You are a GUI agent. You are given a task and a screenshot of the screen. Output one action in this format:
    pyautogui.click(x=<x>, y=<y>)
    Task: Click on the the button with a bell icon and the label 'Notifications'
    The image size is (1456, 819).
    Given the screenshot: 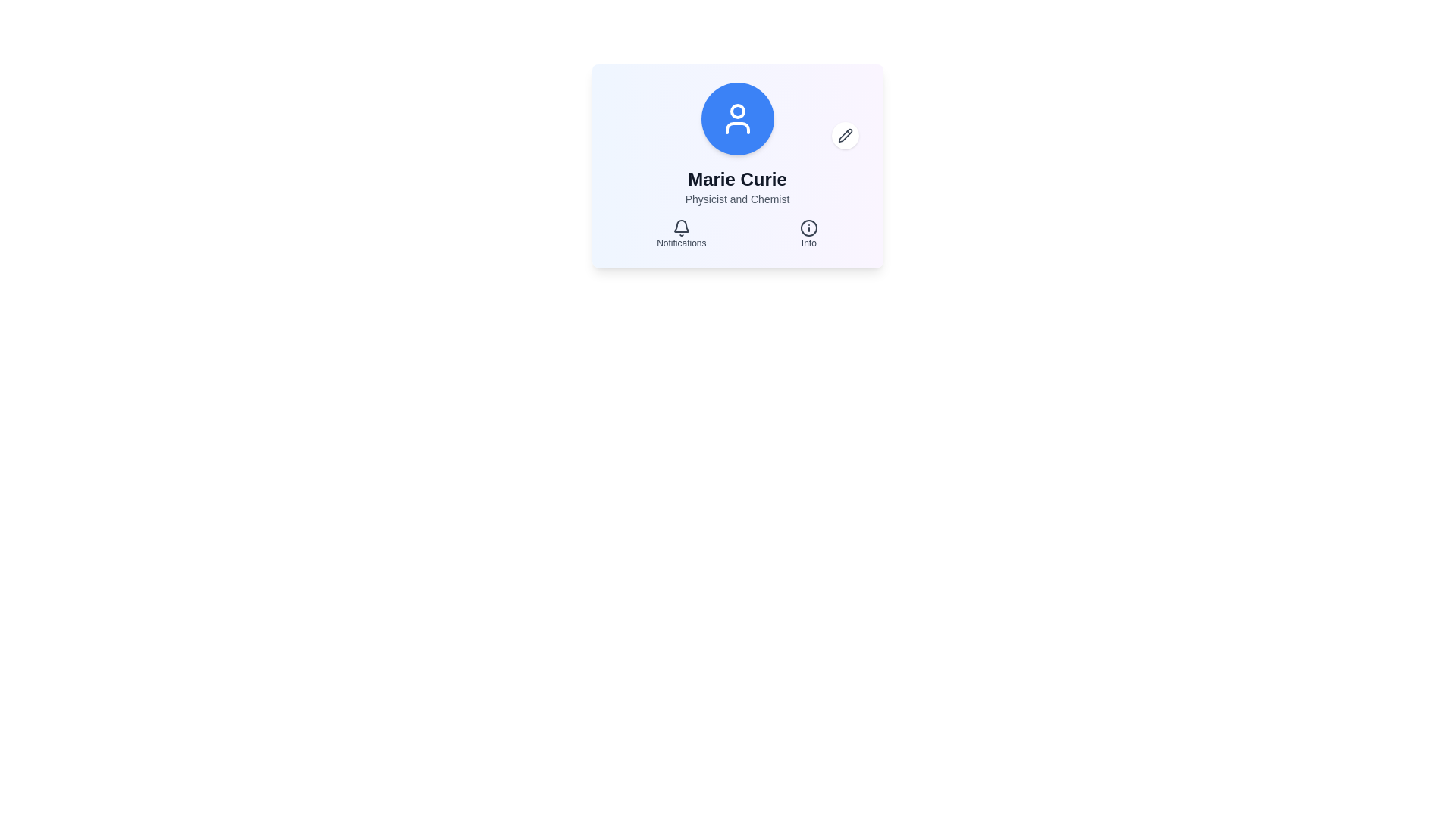 What is the action you would take?
    pyautogui.click(x=680, y=234)
    